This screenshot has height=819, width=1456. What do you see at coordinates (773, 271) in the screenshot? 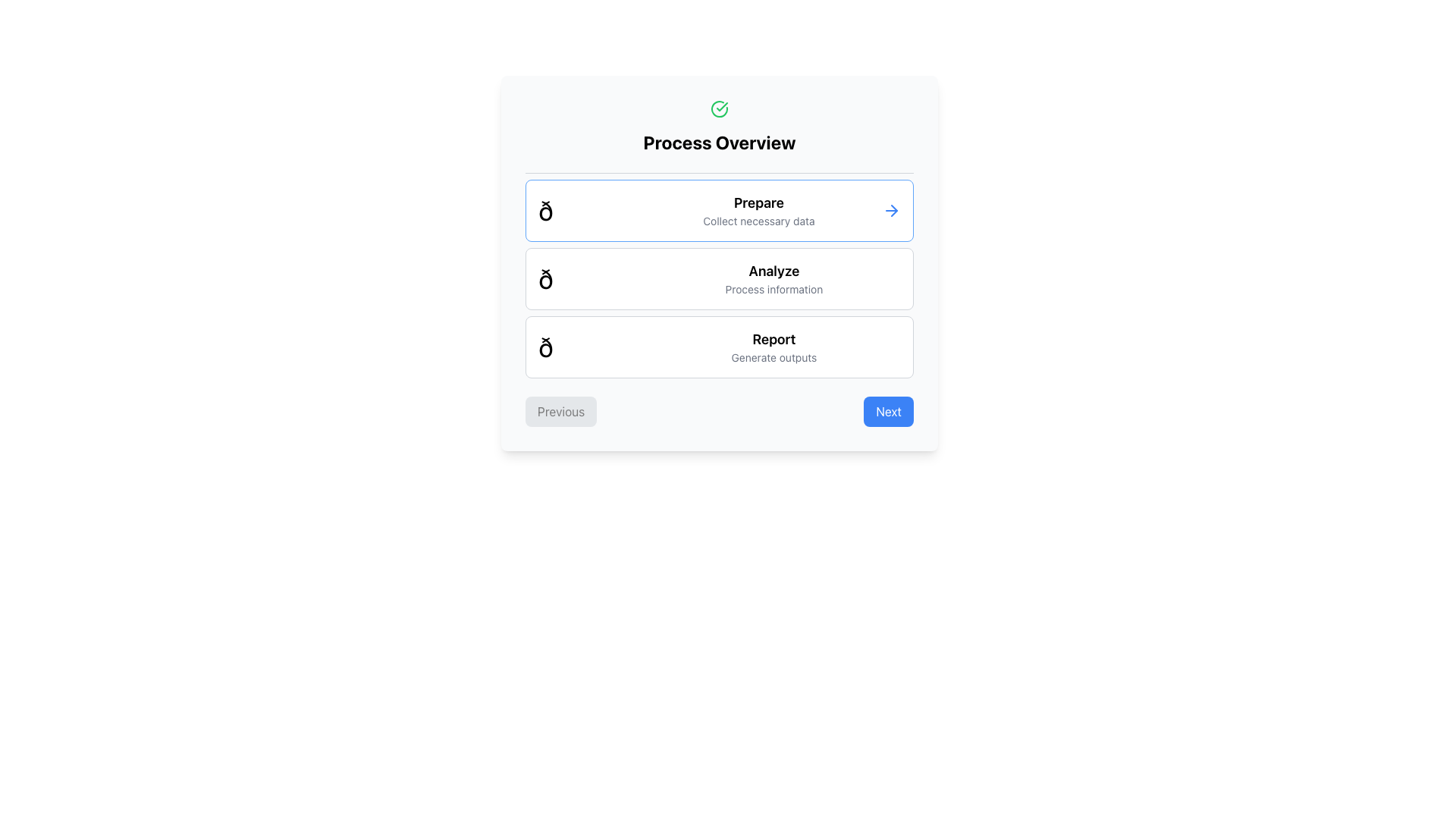
I see `the bold, black text label reading 'Analyze'` at bounding box center [773, 271].